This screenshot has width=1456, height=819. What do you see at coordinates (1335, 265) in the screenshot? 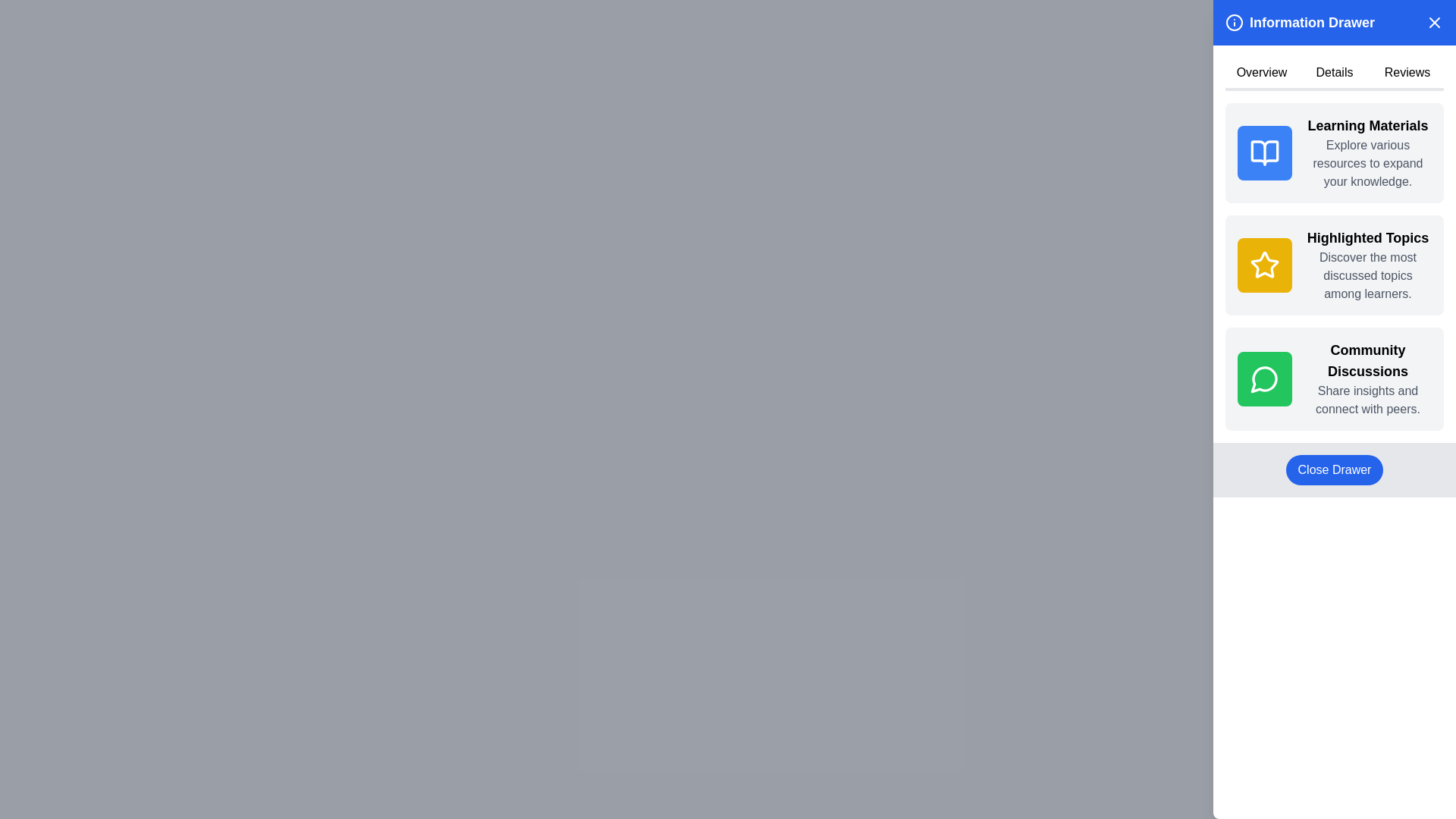
I see `displayed content of the Text and Icon Content Block, which highlights popular topics of discussion, located centrally between 'Learning Materials' and 'Community Discussions'` at bounding box center [1335, 265].